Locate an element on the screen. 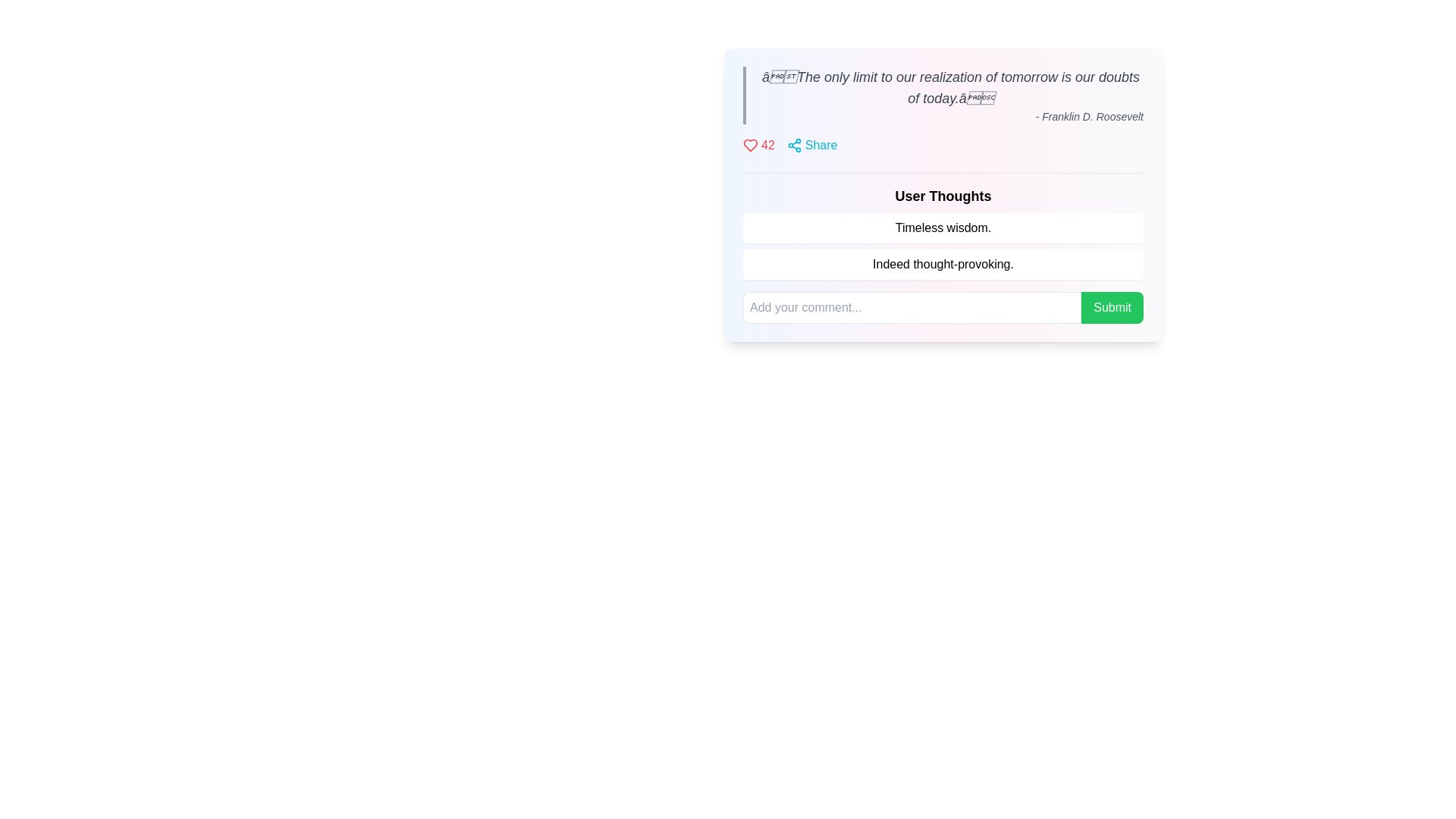 The width and height of the screenshot is (1456, 819). the heart-shaped like button with a hollow design is located at coordinates (750, 146).